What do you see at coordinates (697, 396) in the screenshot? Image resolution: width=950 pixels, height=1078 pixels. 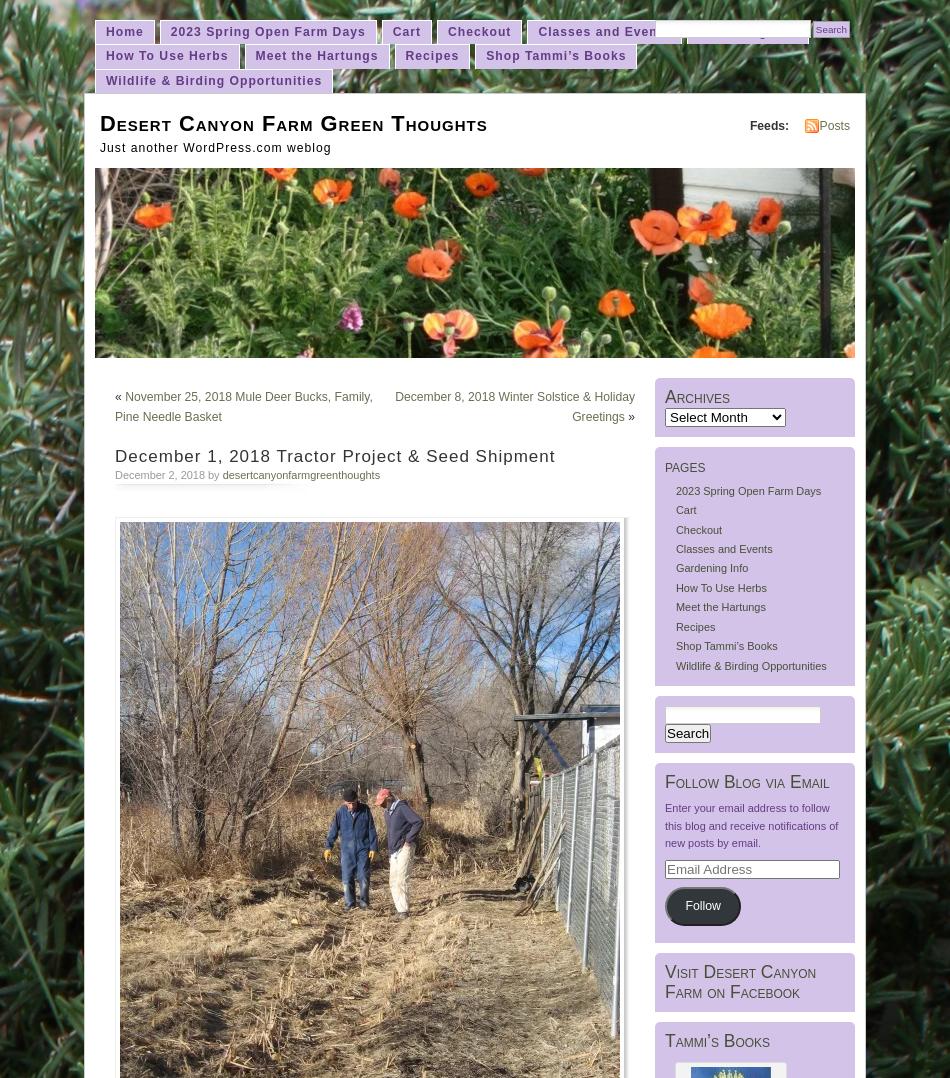 I see `'Archives'` at bounding box center [697, 396].